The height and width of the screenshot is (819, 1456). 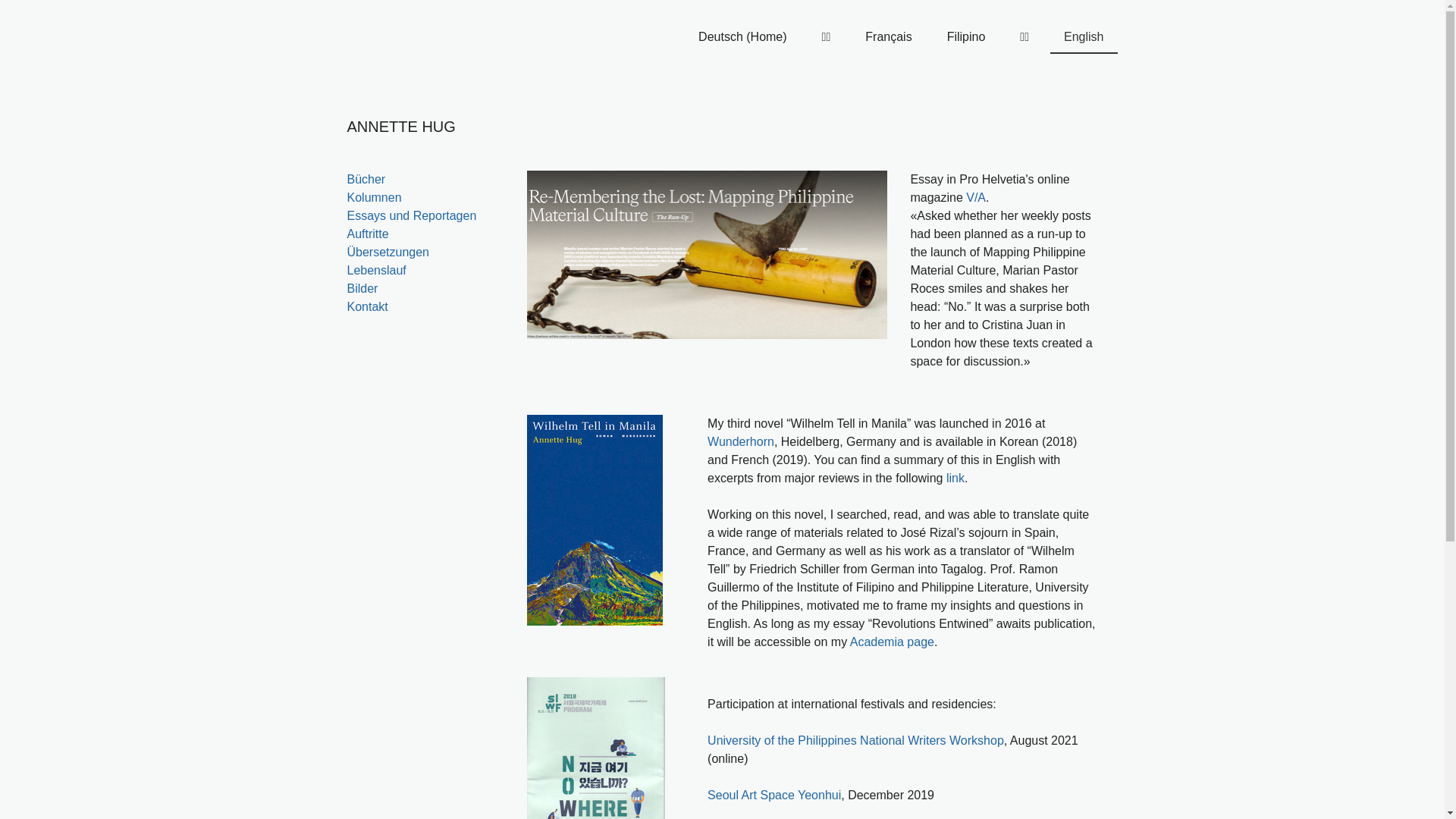 I want to click on 'English', so click(x=1050, y=37).